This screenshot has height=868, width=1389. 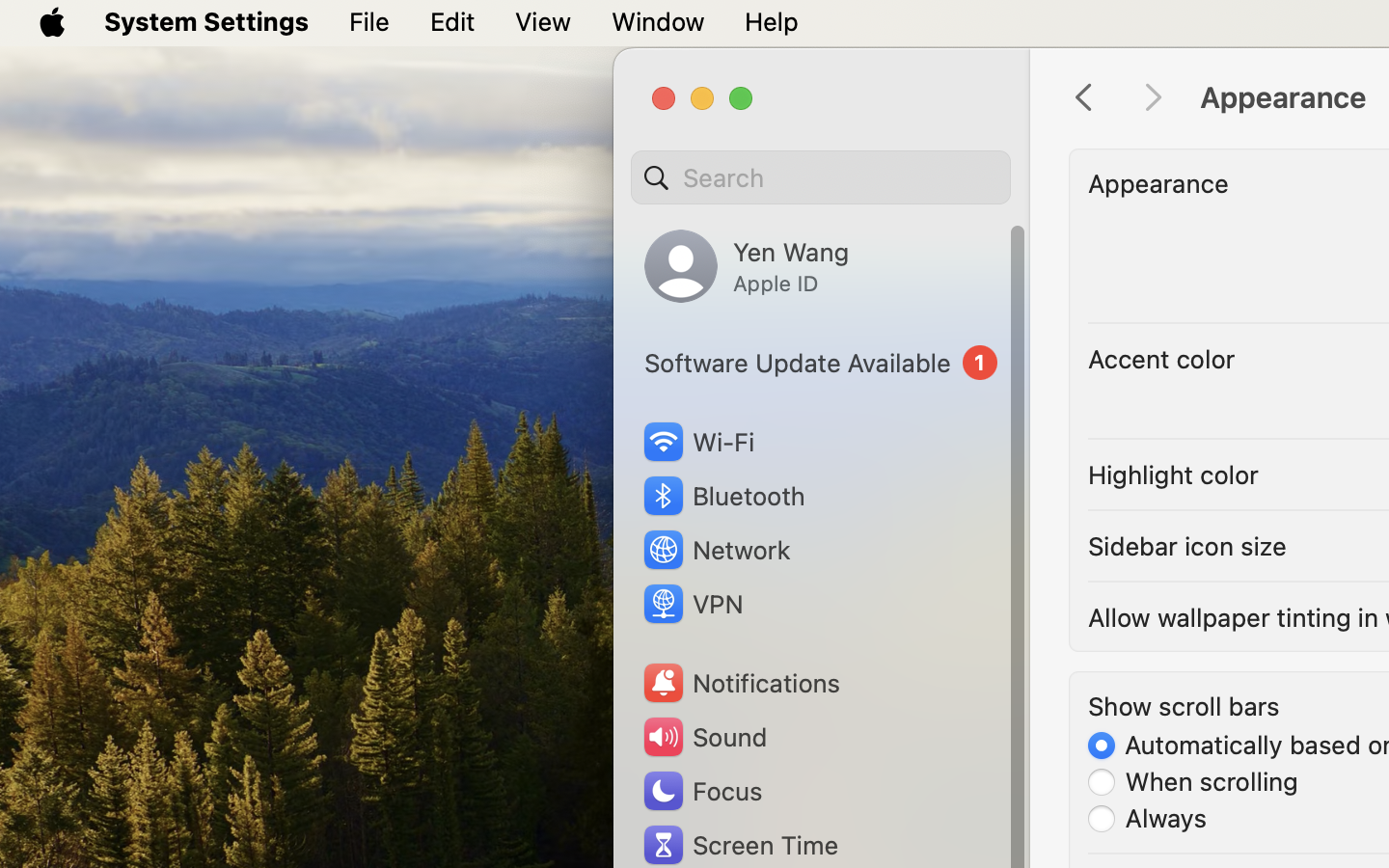 What do you see at coordinates (738, 844) in the screenshot?
I see `'Screen Time'` at bounding box center [738, 844].